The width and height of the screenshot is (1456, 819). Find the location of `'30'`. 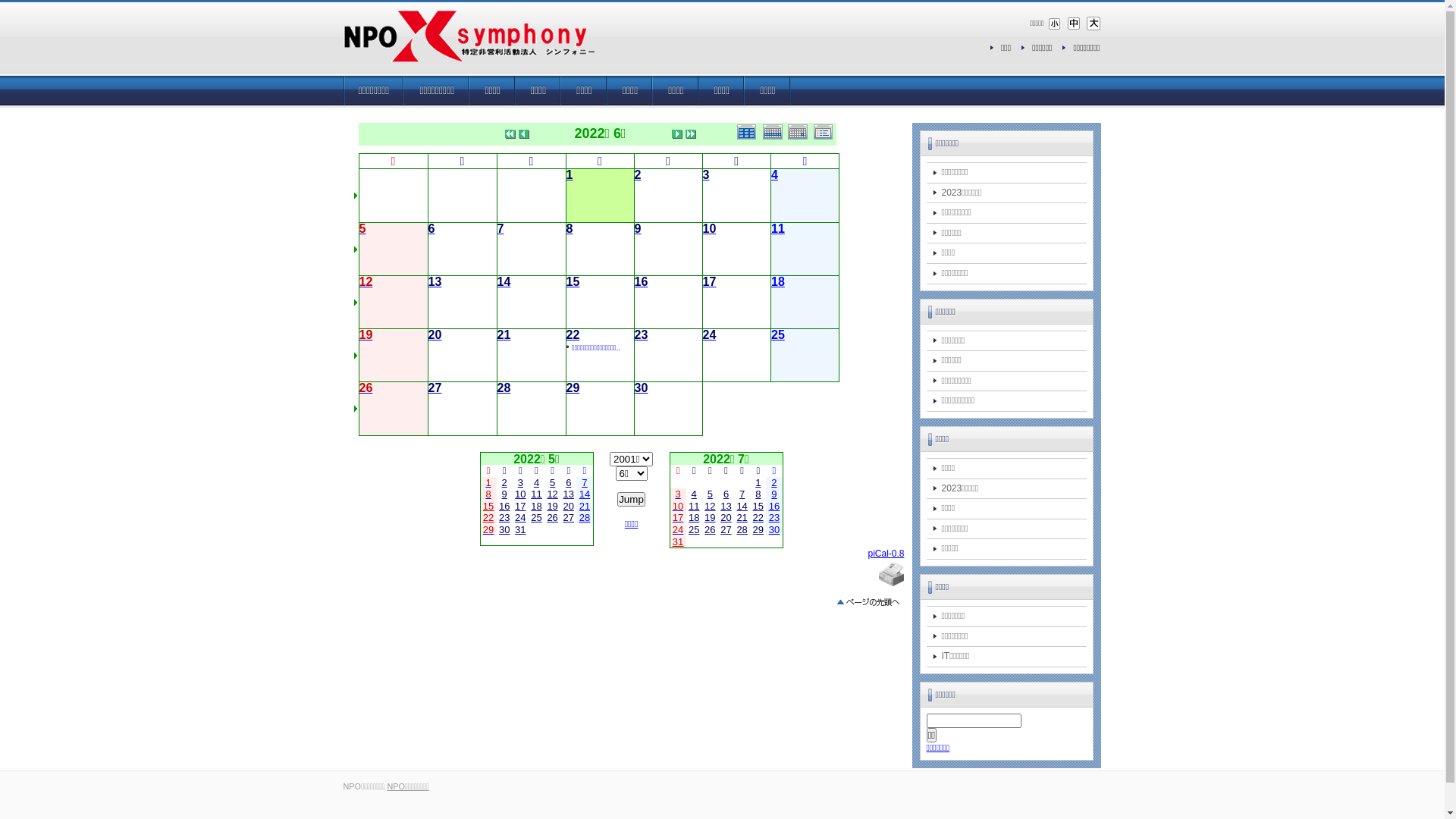

'30' is located at coordinates (640, 388).